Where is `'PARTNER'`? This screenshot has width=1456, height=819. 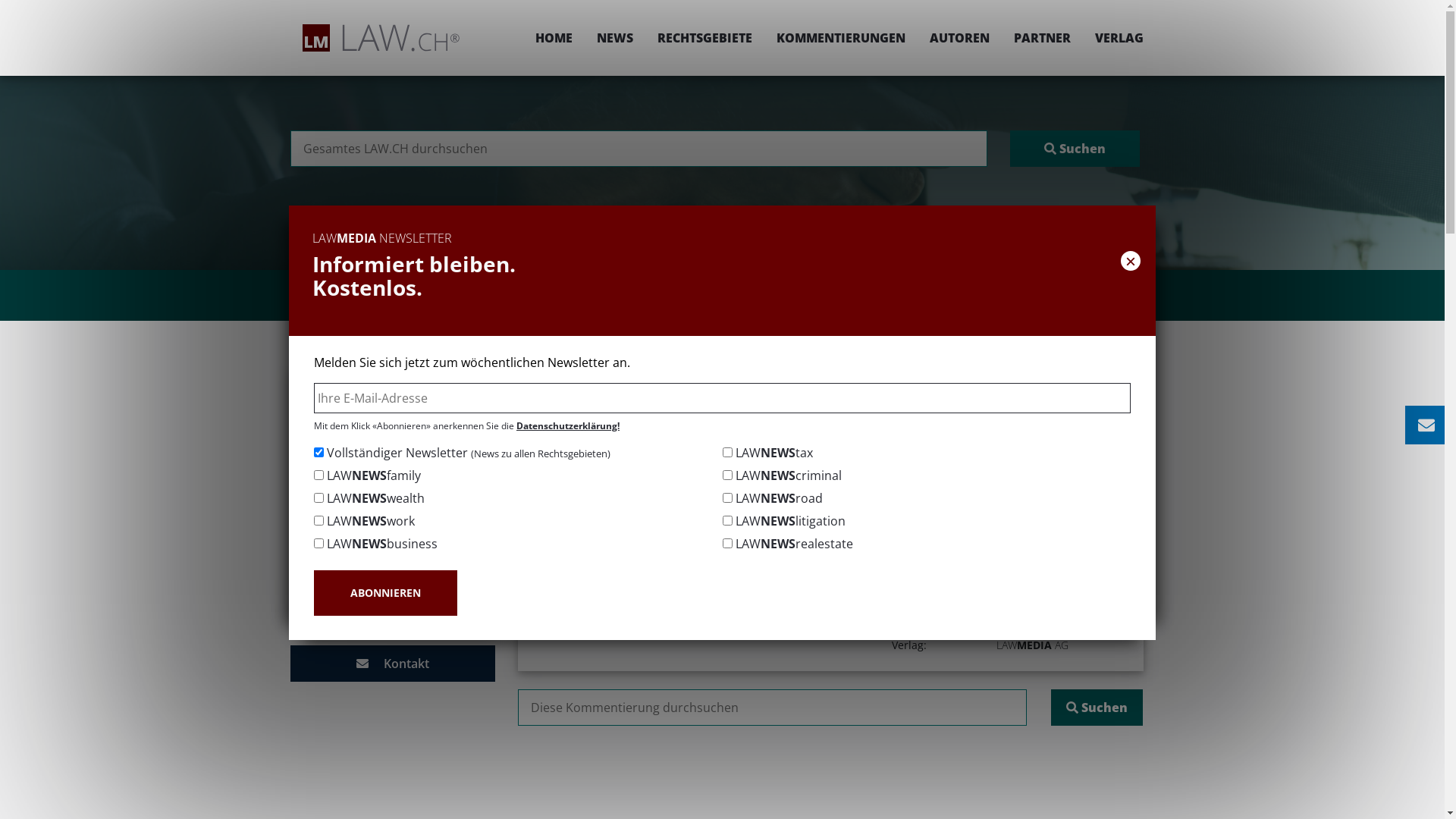
'PARTNER' is located at coordinates (1040, 37).